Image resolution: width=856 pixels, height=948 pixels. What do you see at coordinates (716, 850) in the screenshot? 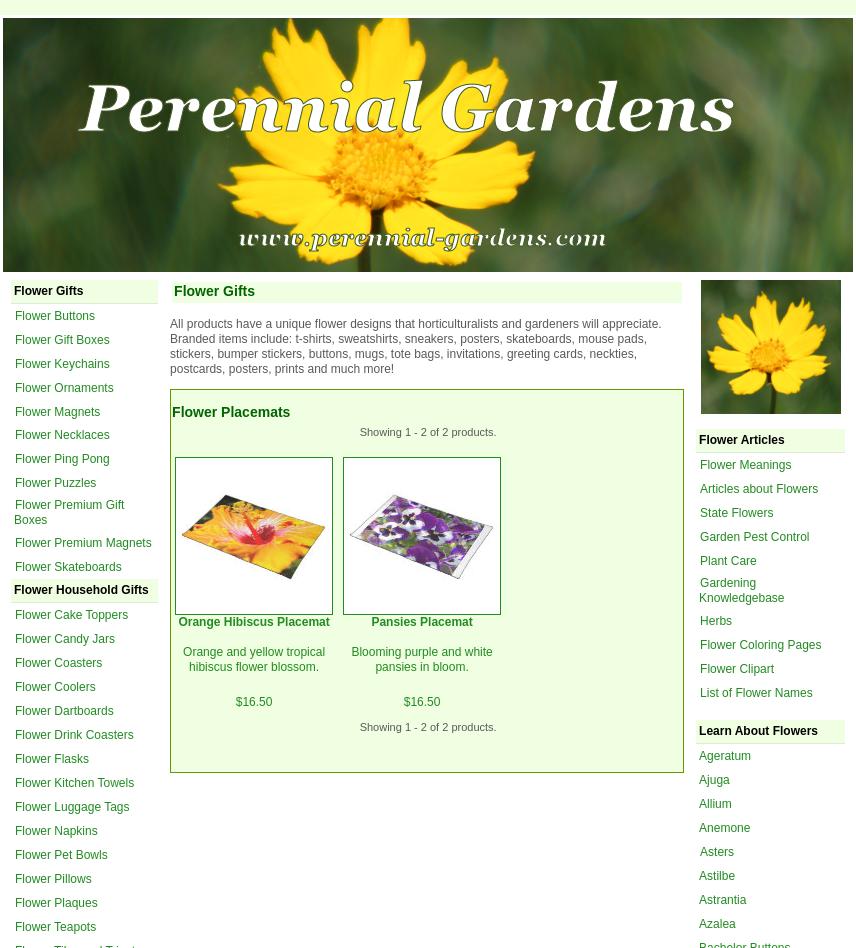
I see `'Asters'` at bounding box center [716, 850].